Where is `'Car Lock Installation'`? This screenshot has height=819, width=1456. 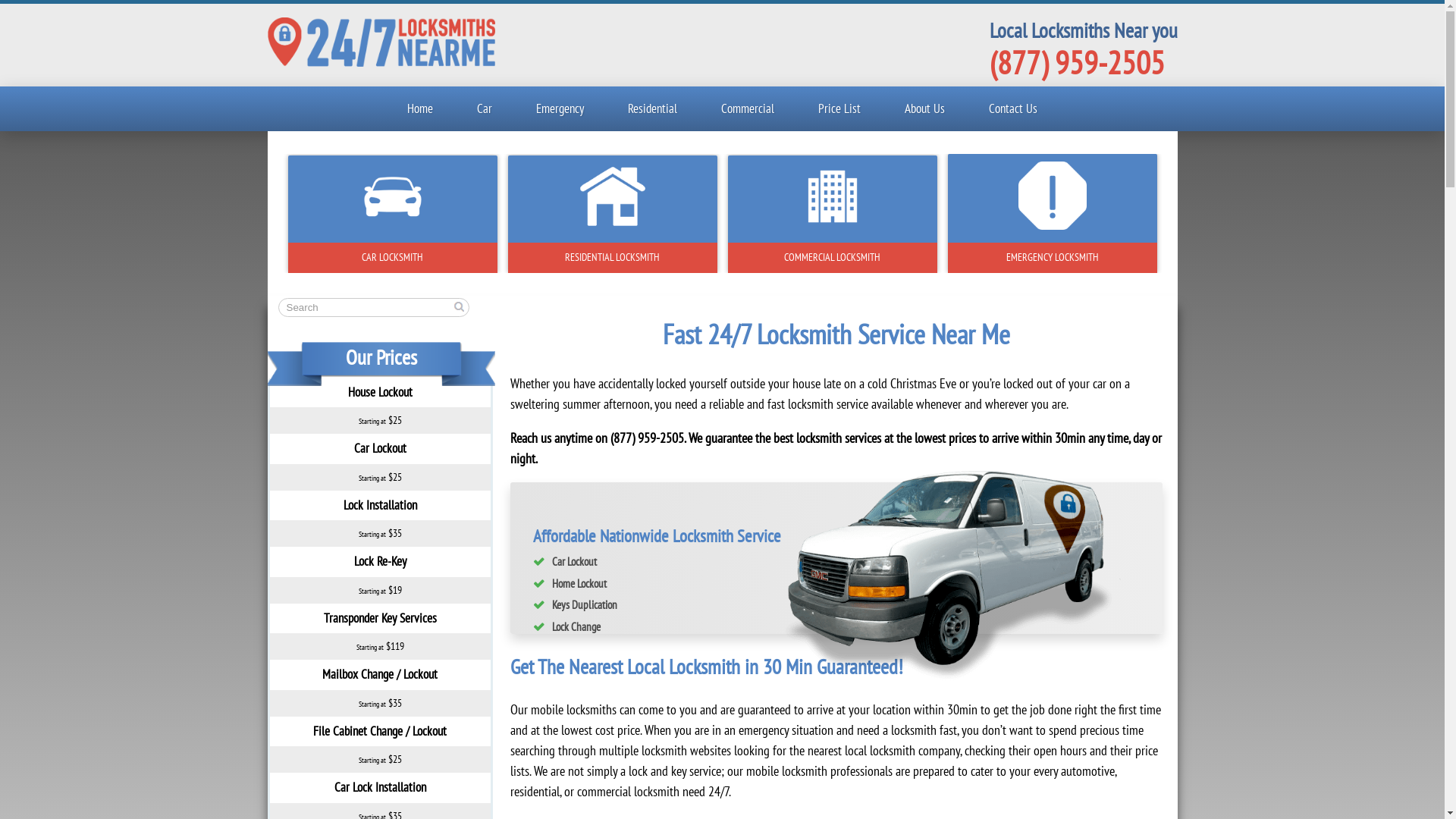
'Car Lock Installation' is located at coordinates (379, 786).